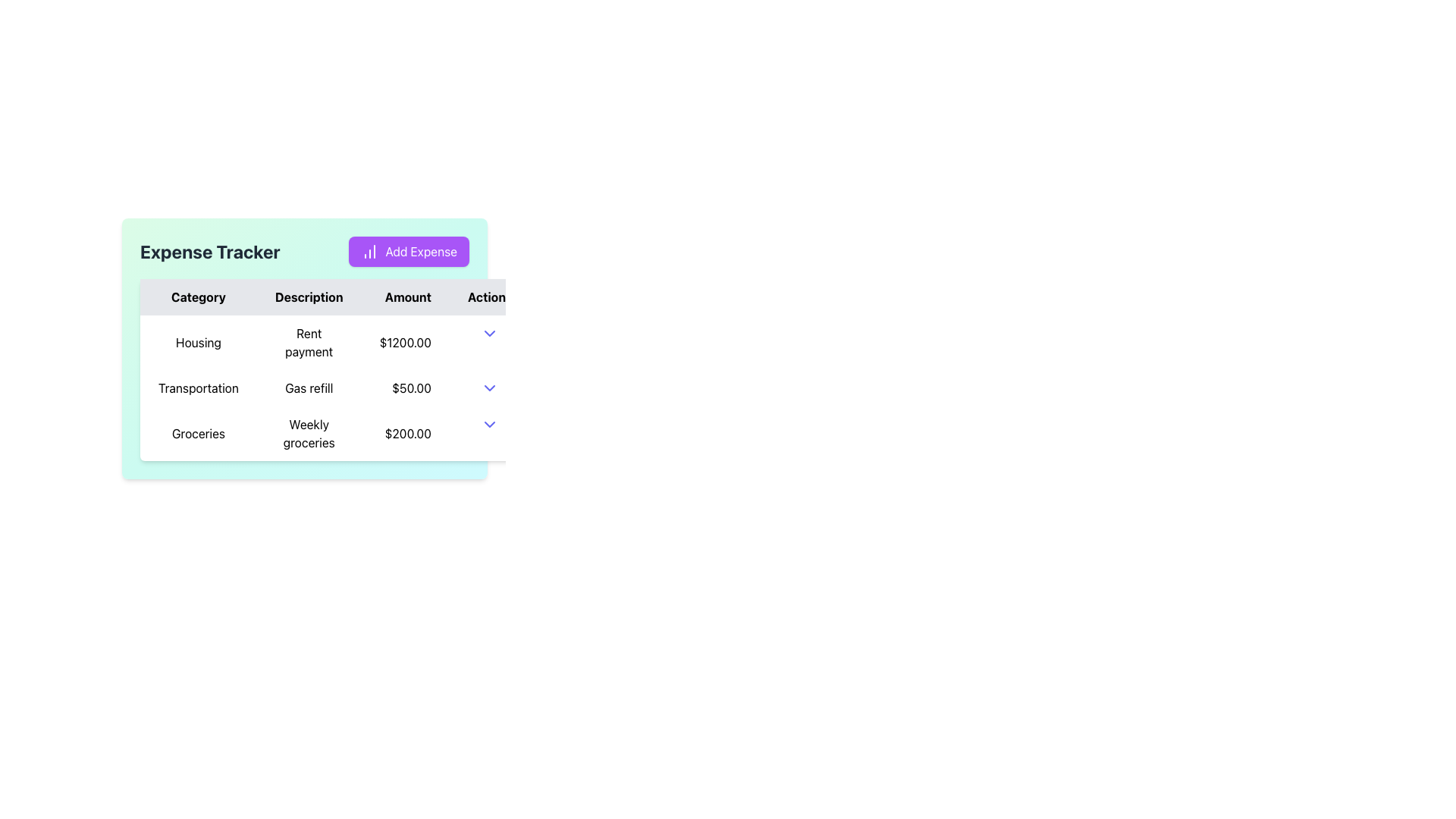 This screenshot has height=819, width=1456. Describe the element at coordinates (334, 388) in the screenshot. I see `the second row of the table containing the columns 'Category', 'Description', 'Amount', and an action button, which has the values 'Transportation', 'Gas refill', and '$50.00'` at that location.